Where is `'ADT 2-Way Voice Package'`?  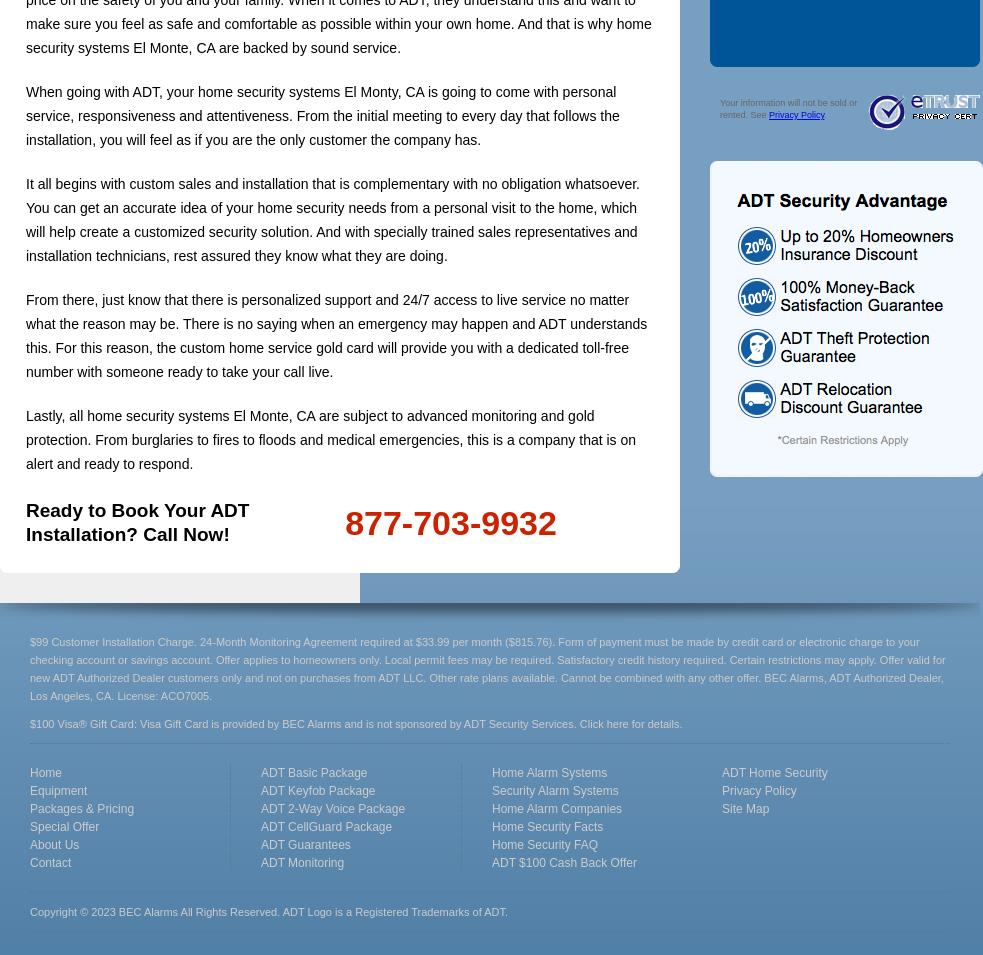
'ADT 2-Way Voice Package' is located at coordinates (260, 808).